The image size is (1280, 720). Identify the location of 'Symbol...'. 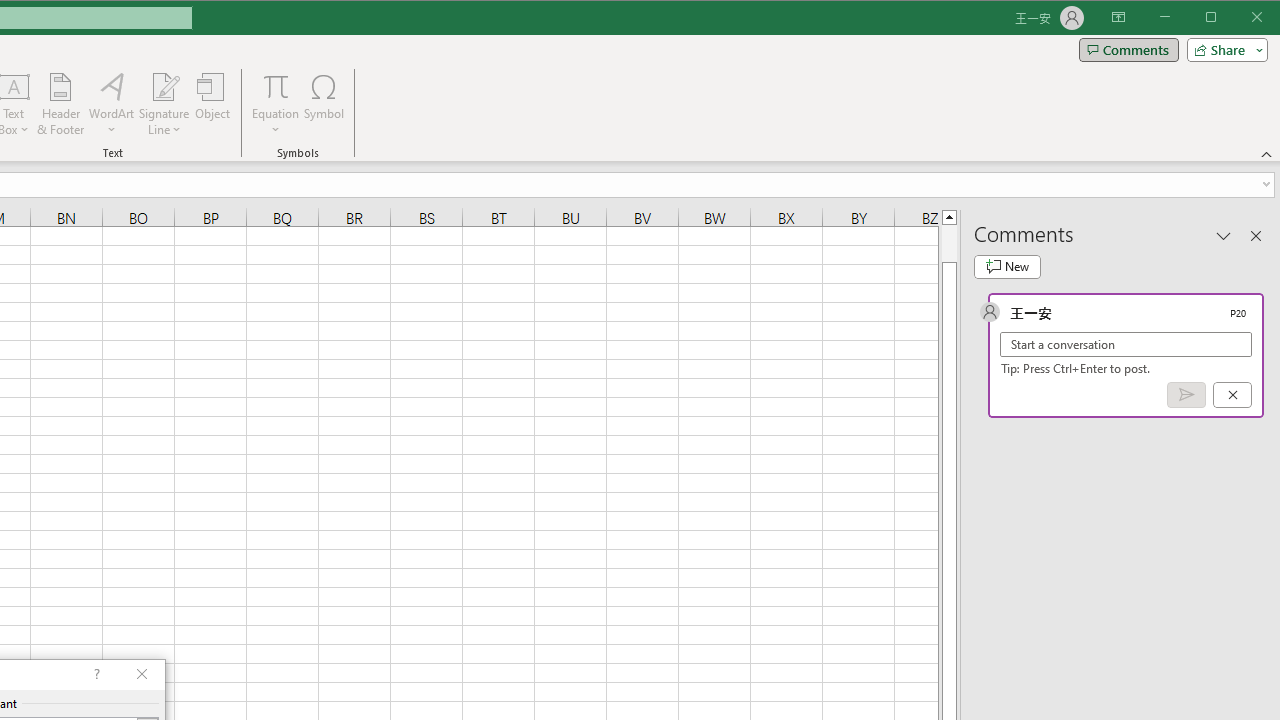
(324, 104).